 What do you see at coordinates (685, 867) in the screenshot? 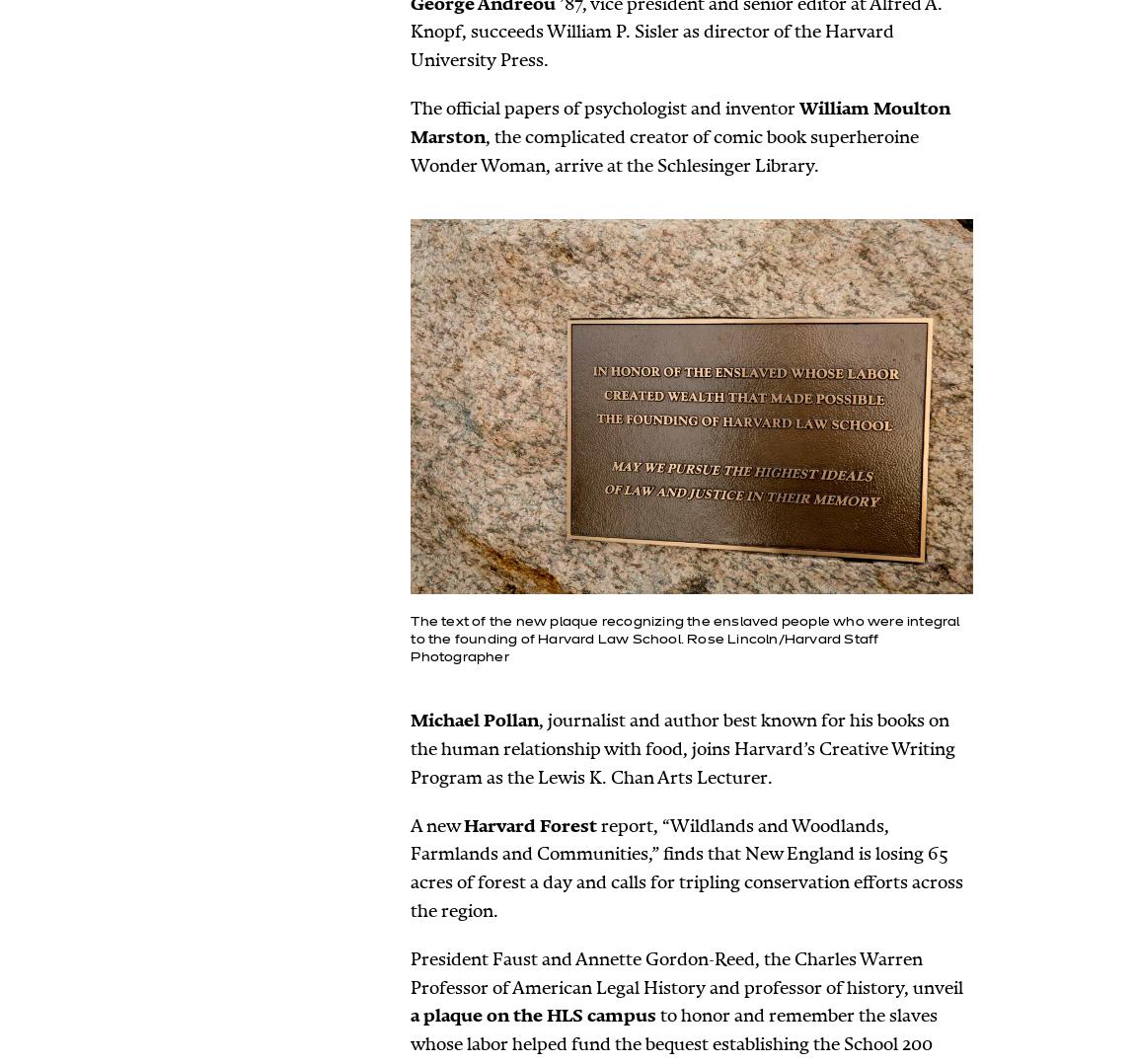
I see `'report, “Wildlands and Woodlands, Farmlands and Communities,” finds that New England is losing 65 acres of forest a day and calls for tripling conservation efforts across the region.'` at bounding box center [685, 867].